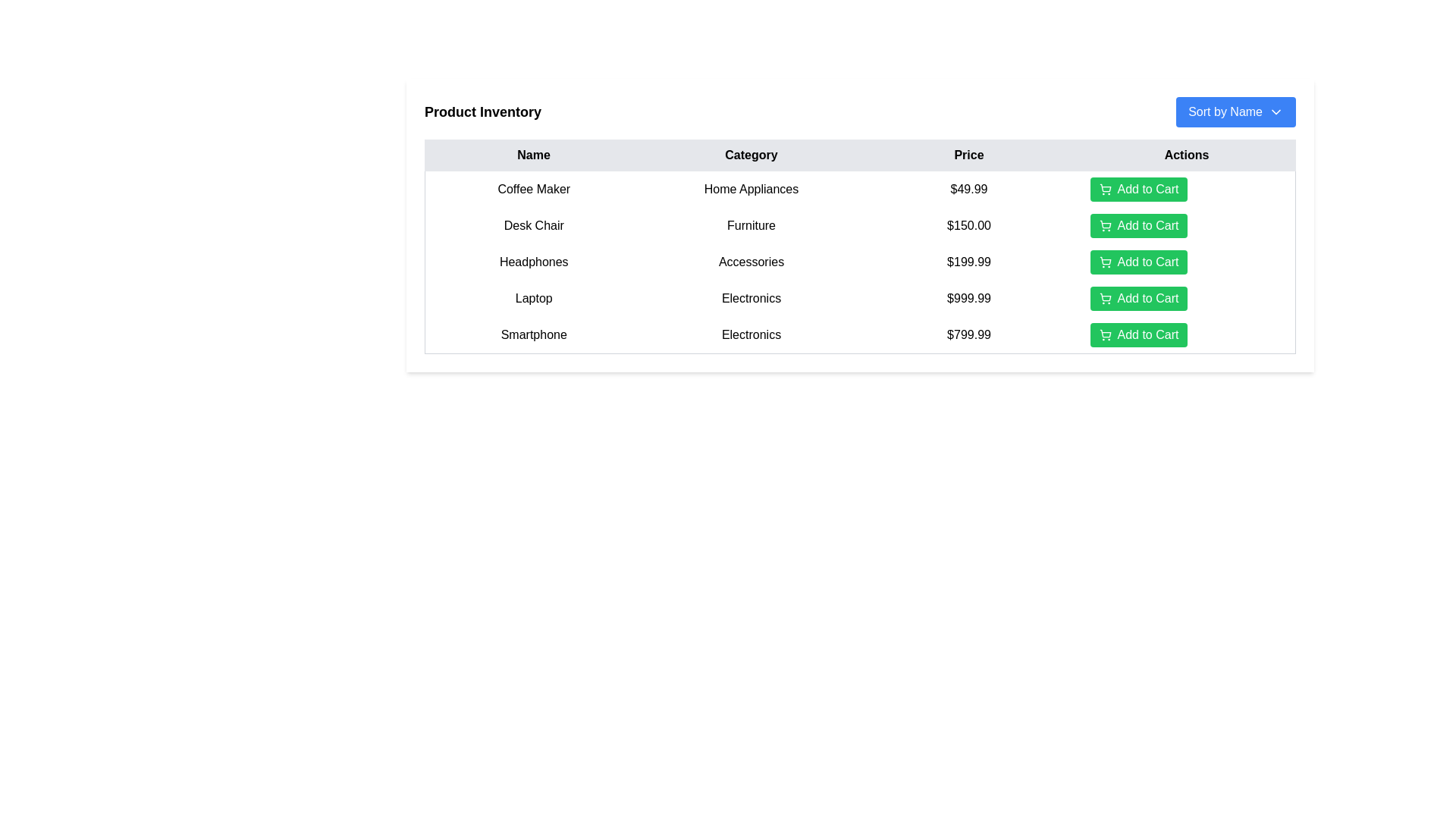 The image size is (1456, 819). Describe the element at coordinates (534, 298) in the screenshot. I see `the centered text label displaying 'Laptop' located in the fourth row under the 'Name' column of the table` at that location.